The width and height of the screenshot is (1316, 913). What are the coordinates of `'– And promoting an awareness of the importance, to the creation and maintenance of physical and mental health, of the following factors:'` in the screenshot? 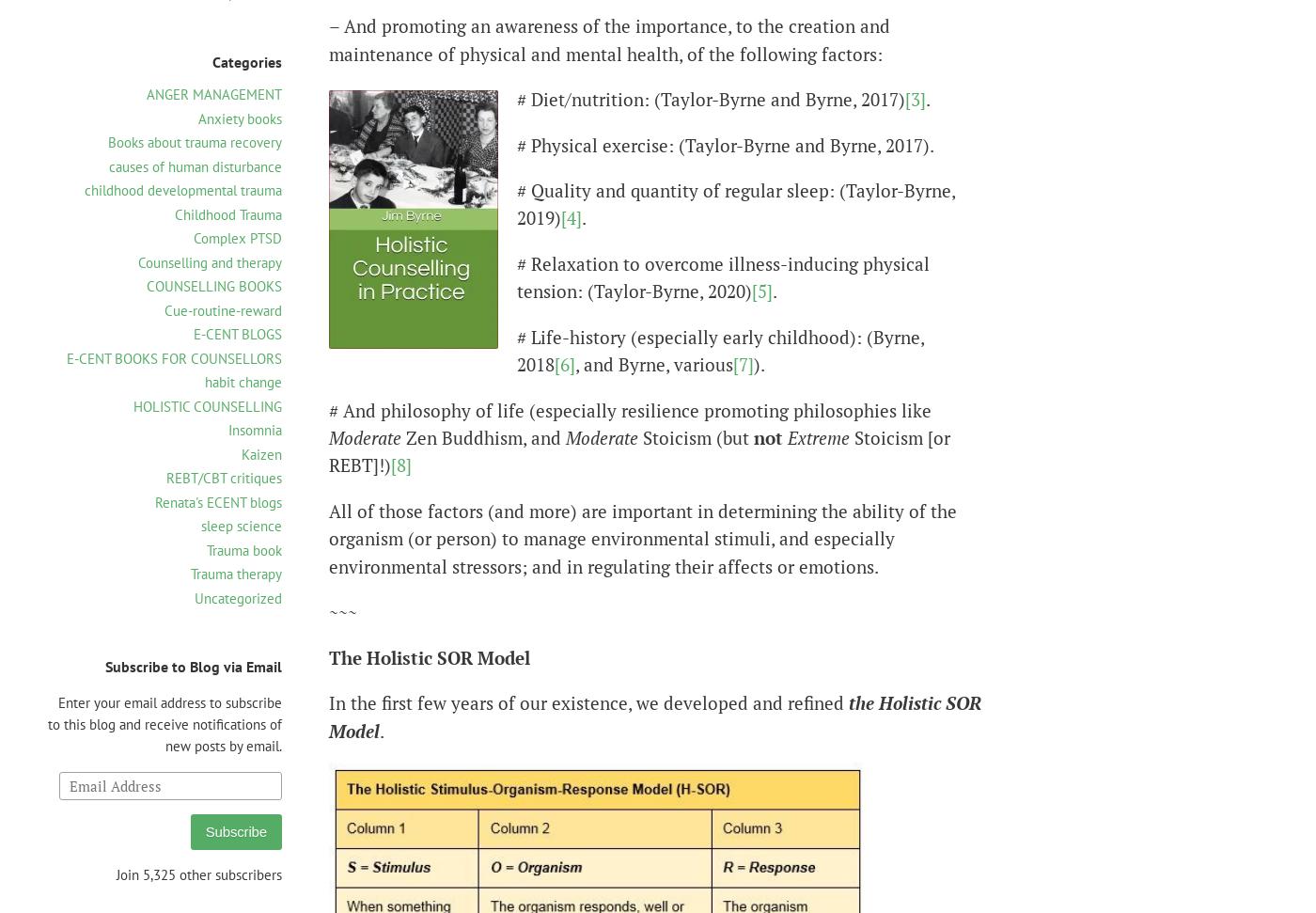 It's located at (609, 39).